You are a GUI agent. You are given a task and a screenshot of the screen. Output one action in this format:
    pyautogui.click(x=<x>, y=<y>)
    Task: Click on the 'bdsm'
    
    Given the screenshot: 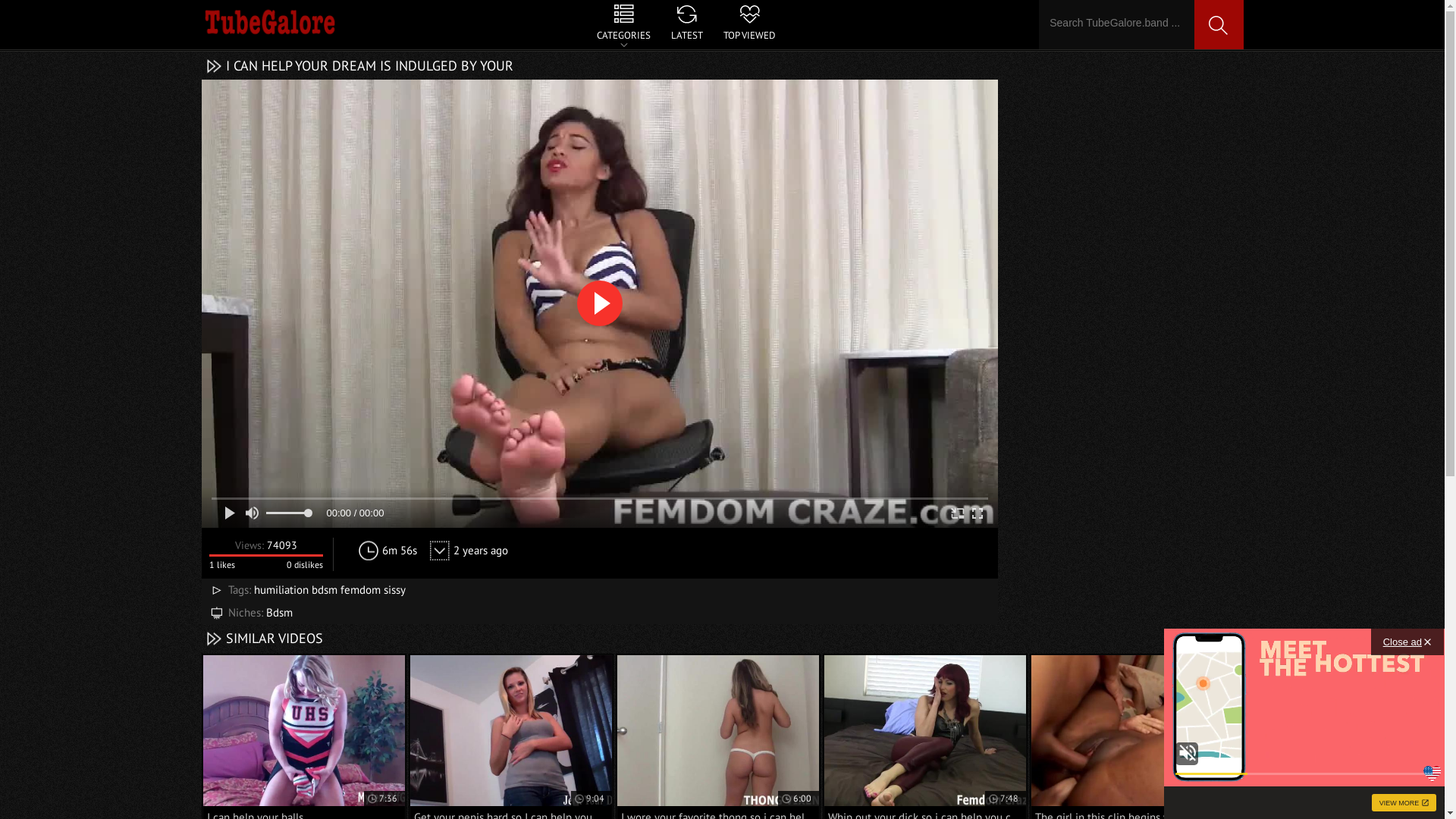 What is the action you would take?
    pyautogui.click(x=323, y=588)
    